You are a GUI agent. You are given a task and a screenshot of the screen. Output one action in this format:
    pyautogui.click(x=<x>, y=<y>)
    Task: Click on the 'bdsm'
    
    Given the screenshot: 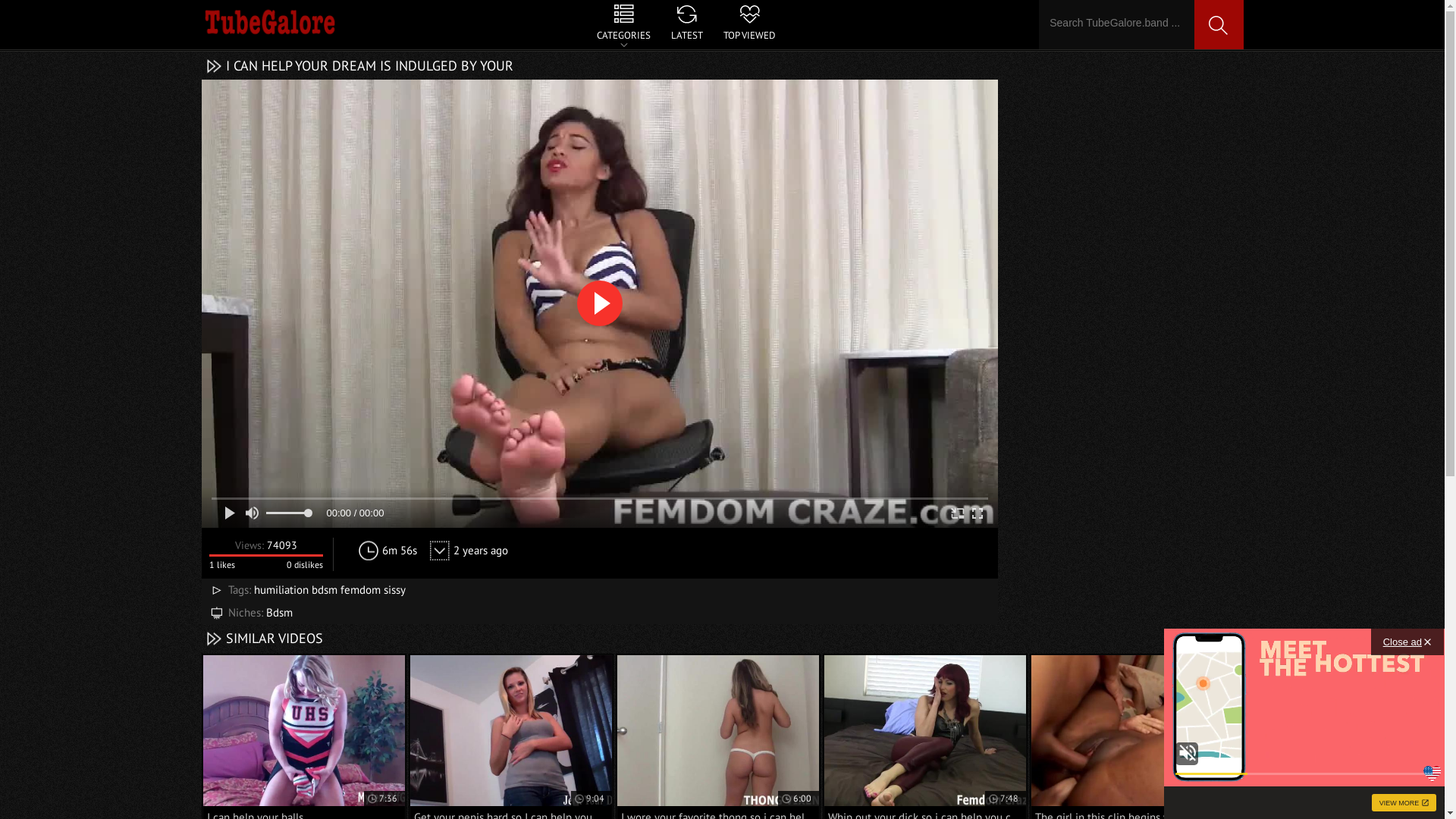 What is the action you would take?
    pyautogui.click(x=323, y=588)
    